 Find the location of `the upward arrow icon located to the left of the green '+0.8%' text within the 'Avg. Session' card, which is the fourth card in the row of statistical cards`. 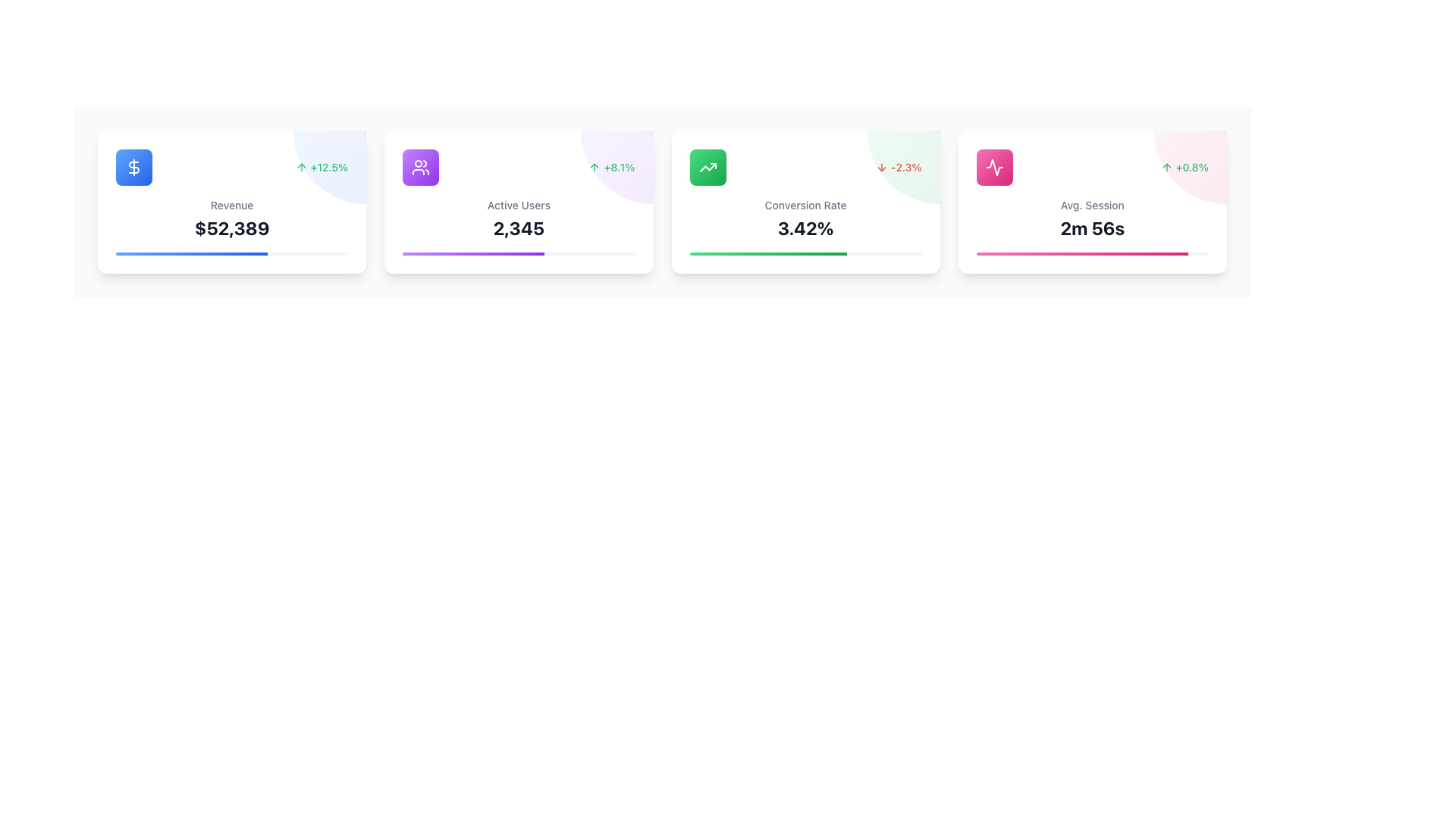

the upward arrow icon located to the left of the green '+0.8%' text within the 'Avg. Session' card, which is the fourth card in the row of statistical cards is located at coordinates (1166, 167).